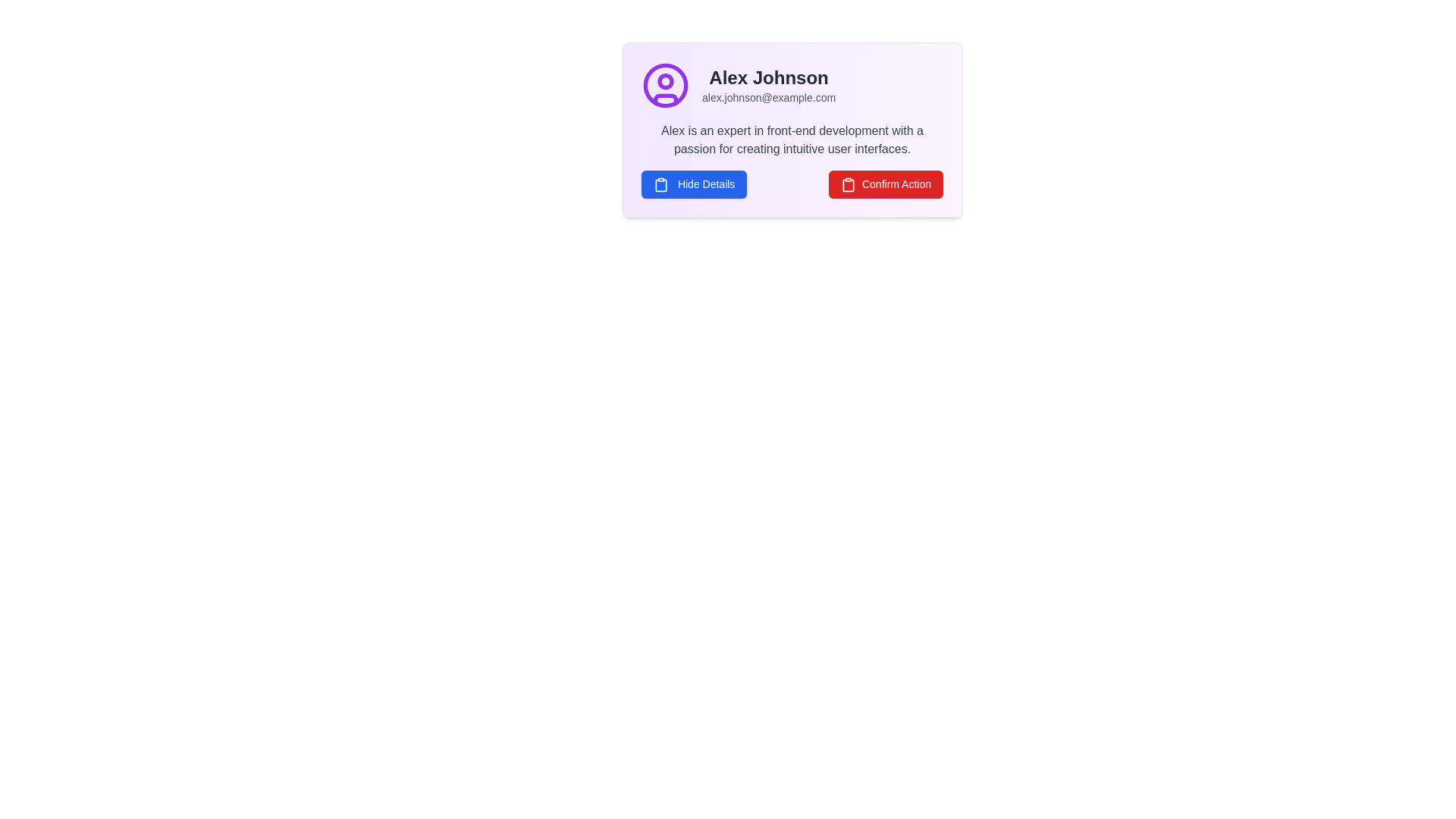 The height and width of the screenshot is (819, 1456). What do you see at coordinates (661, 184) in the screenshot?
I see `the 'Hide Details' button located at the bottom-left of the card interface, which includes a graphical icon to its left` at bounding box center [661, 184].